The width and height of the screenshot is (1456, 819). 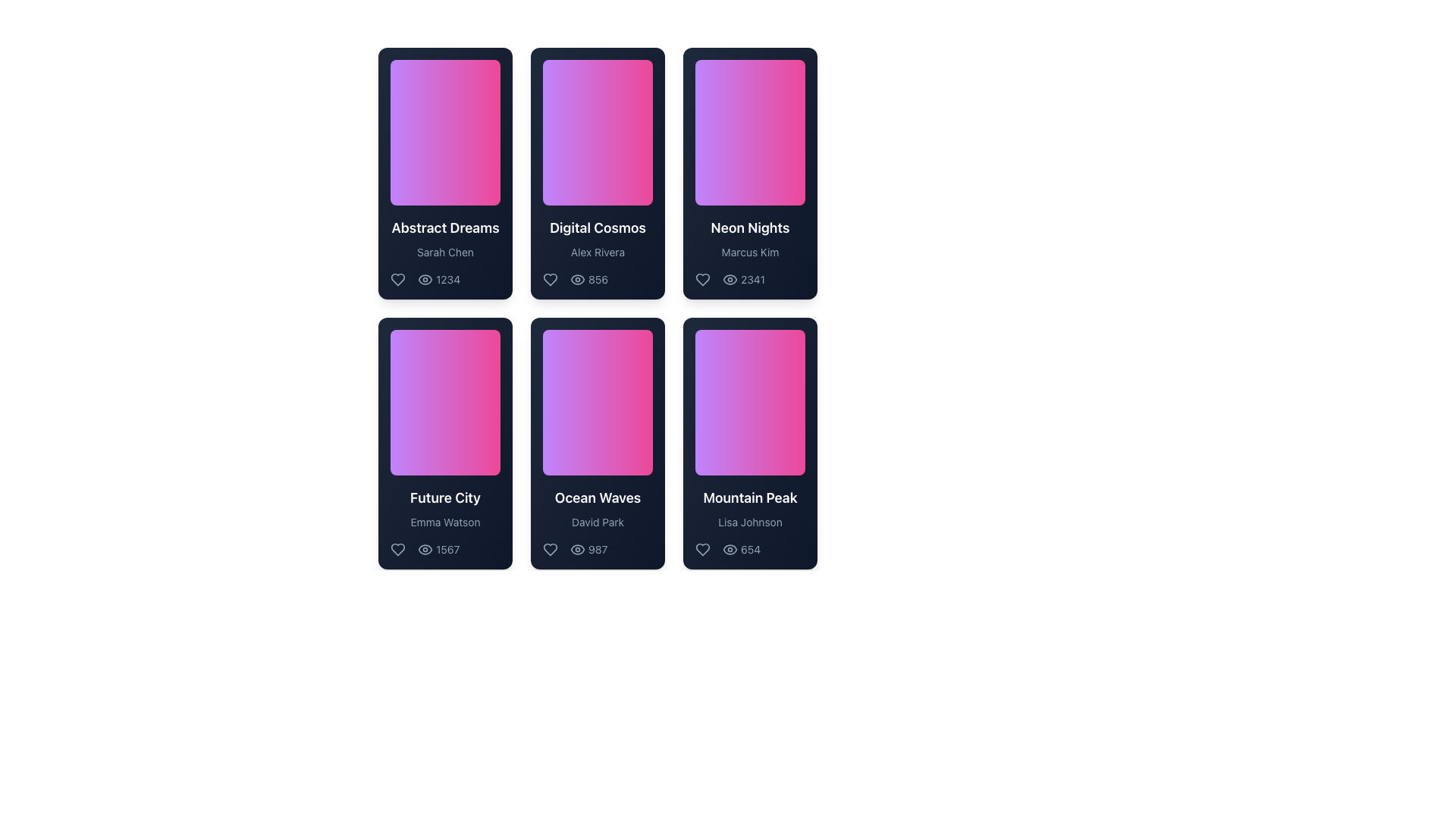 I want to click on the Text Label displaying 'Abstract Dreams', so click(x=444, y=227).